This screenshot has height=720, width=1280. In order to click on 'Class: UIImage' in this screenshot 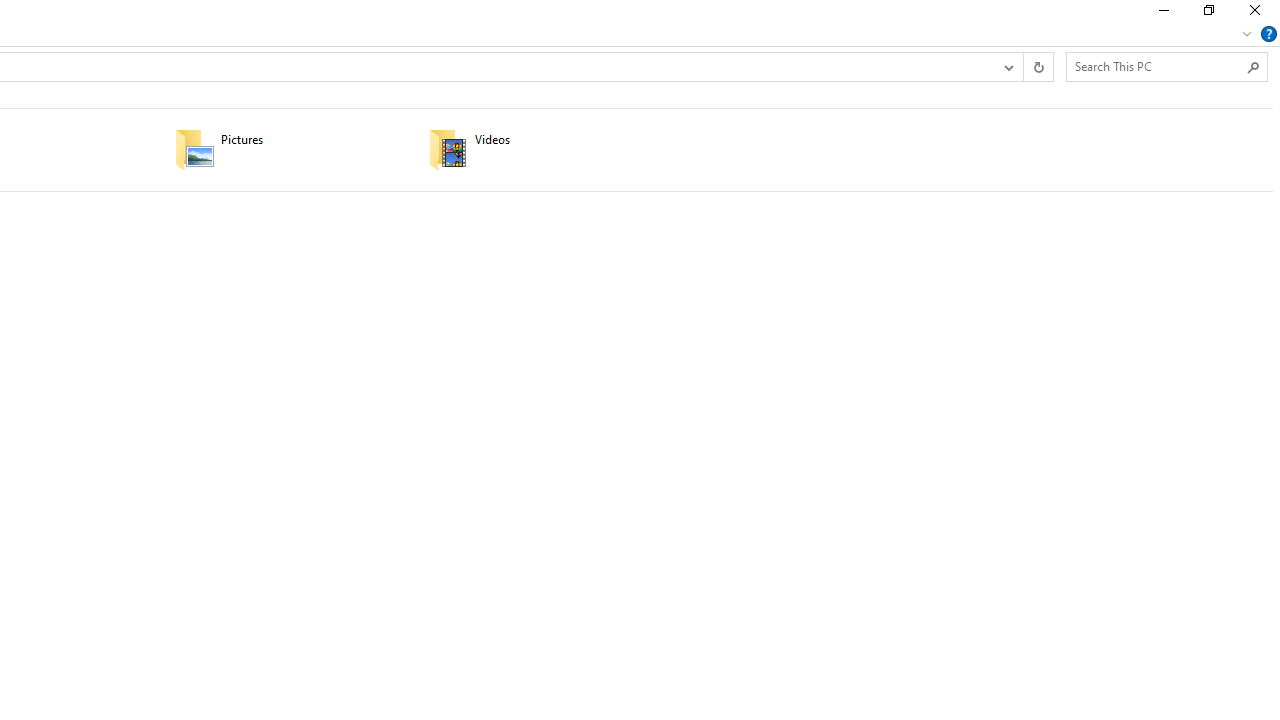, I will do `click(447, 148)`.